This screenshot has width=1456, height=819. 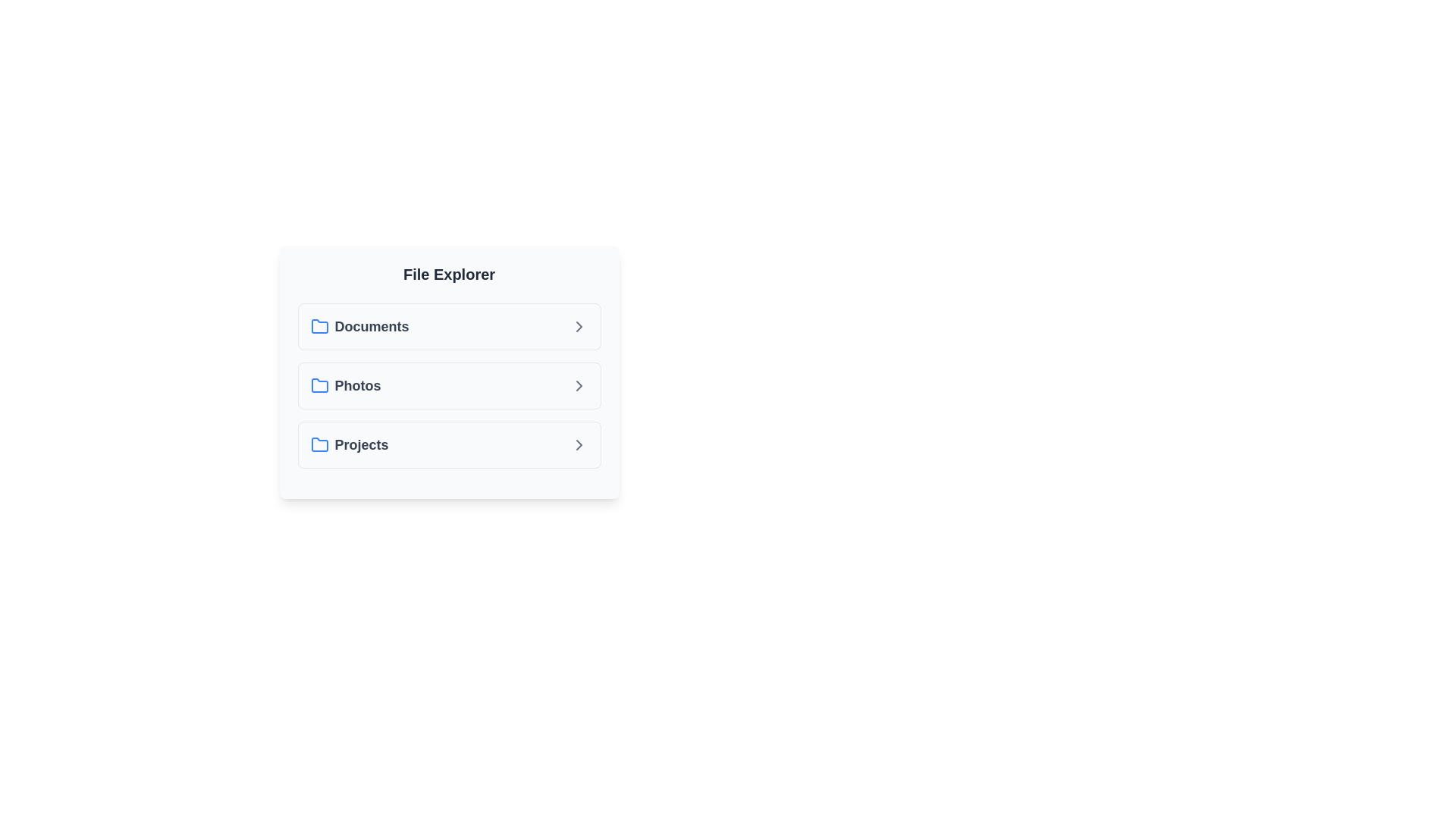 I want to click on the folder icon next to Photos, so click(x=318, y=385).